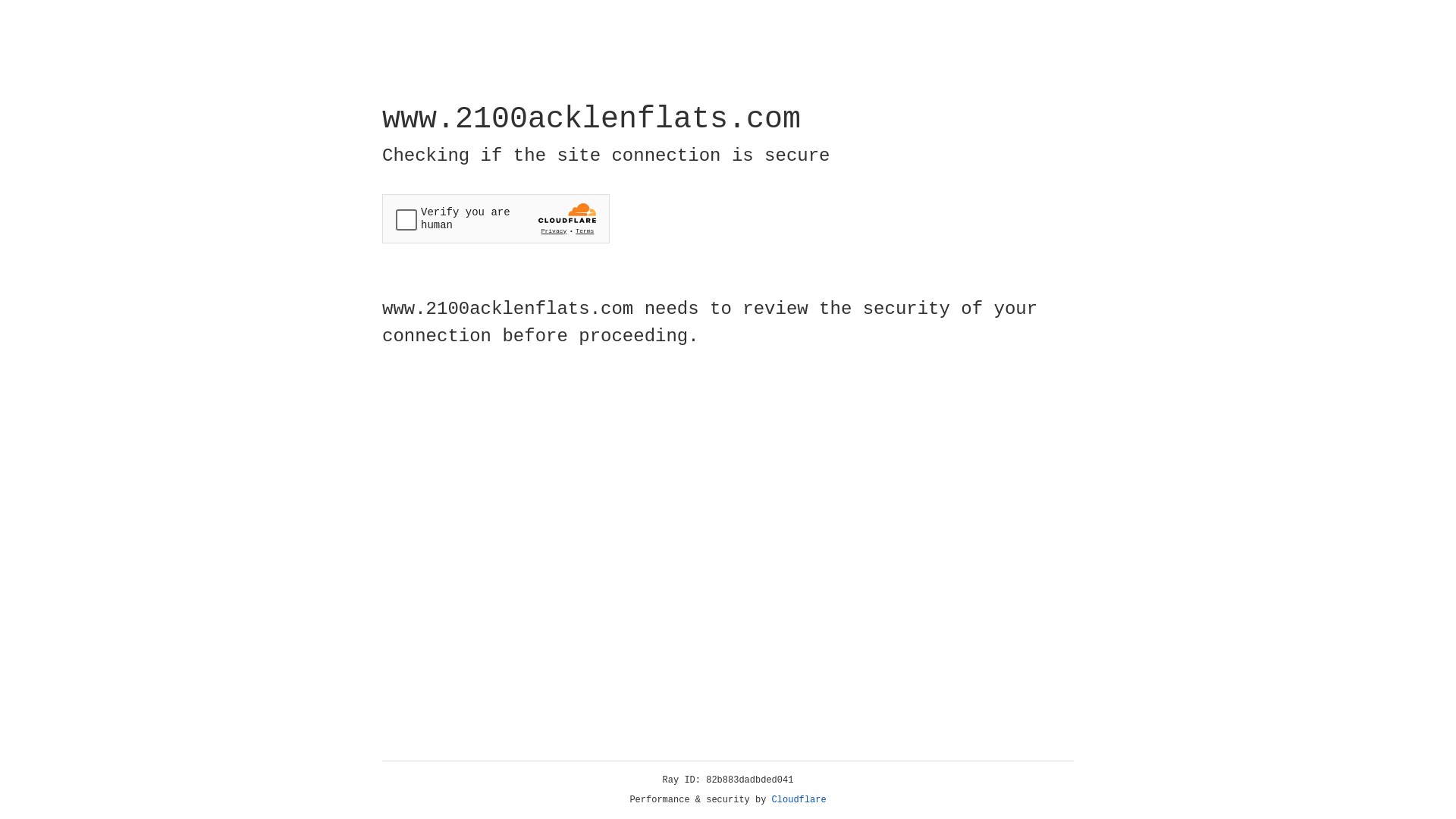  Describe the element at coordinates (799, 799) in the screenshot. I see `'Cloudflare'` at that location.